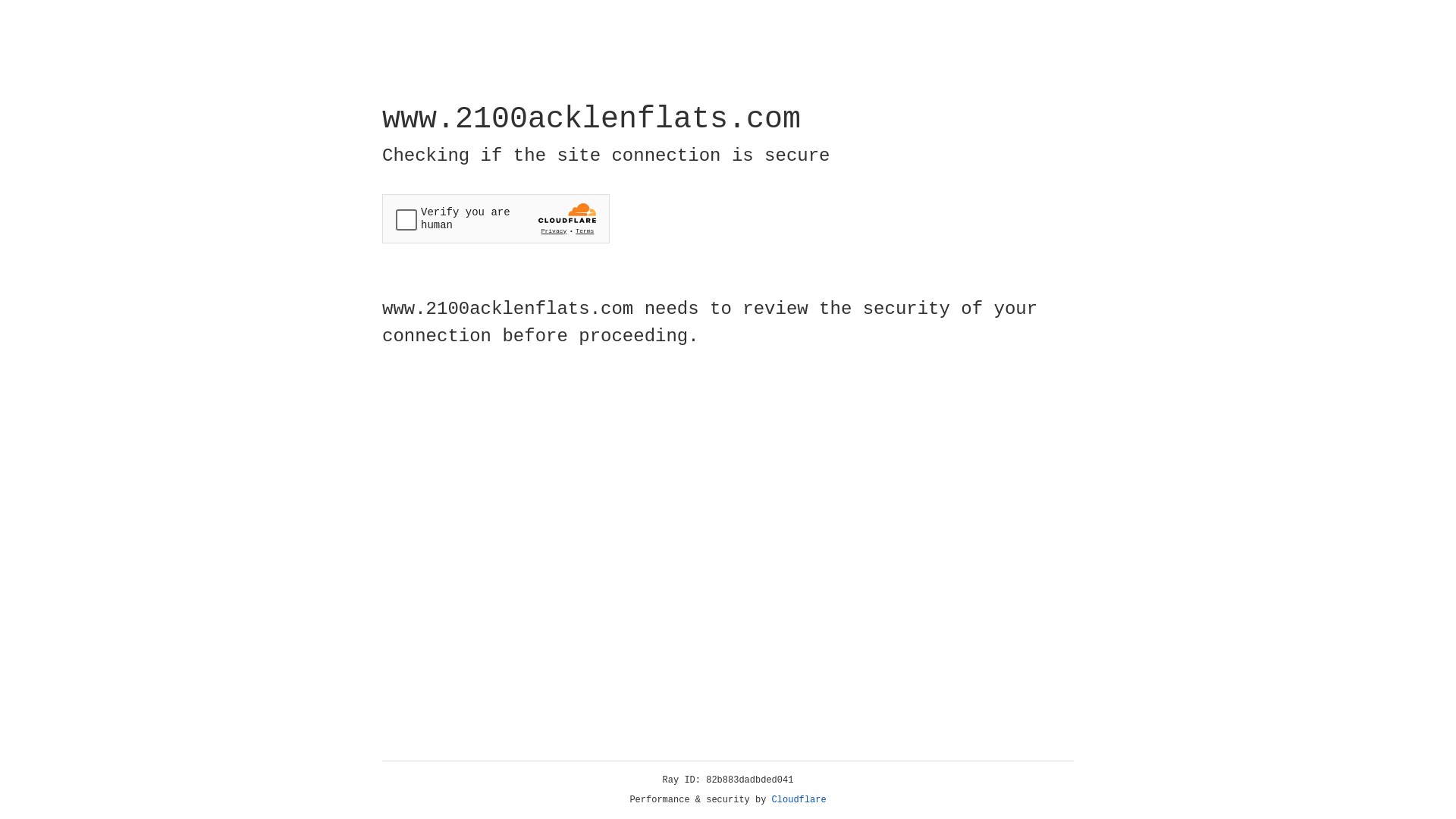  Describe the element at coordinates (799, 799) in the screenshot. I see `'Cloudflare'` at that location.